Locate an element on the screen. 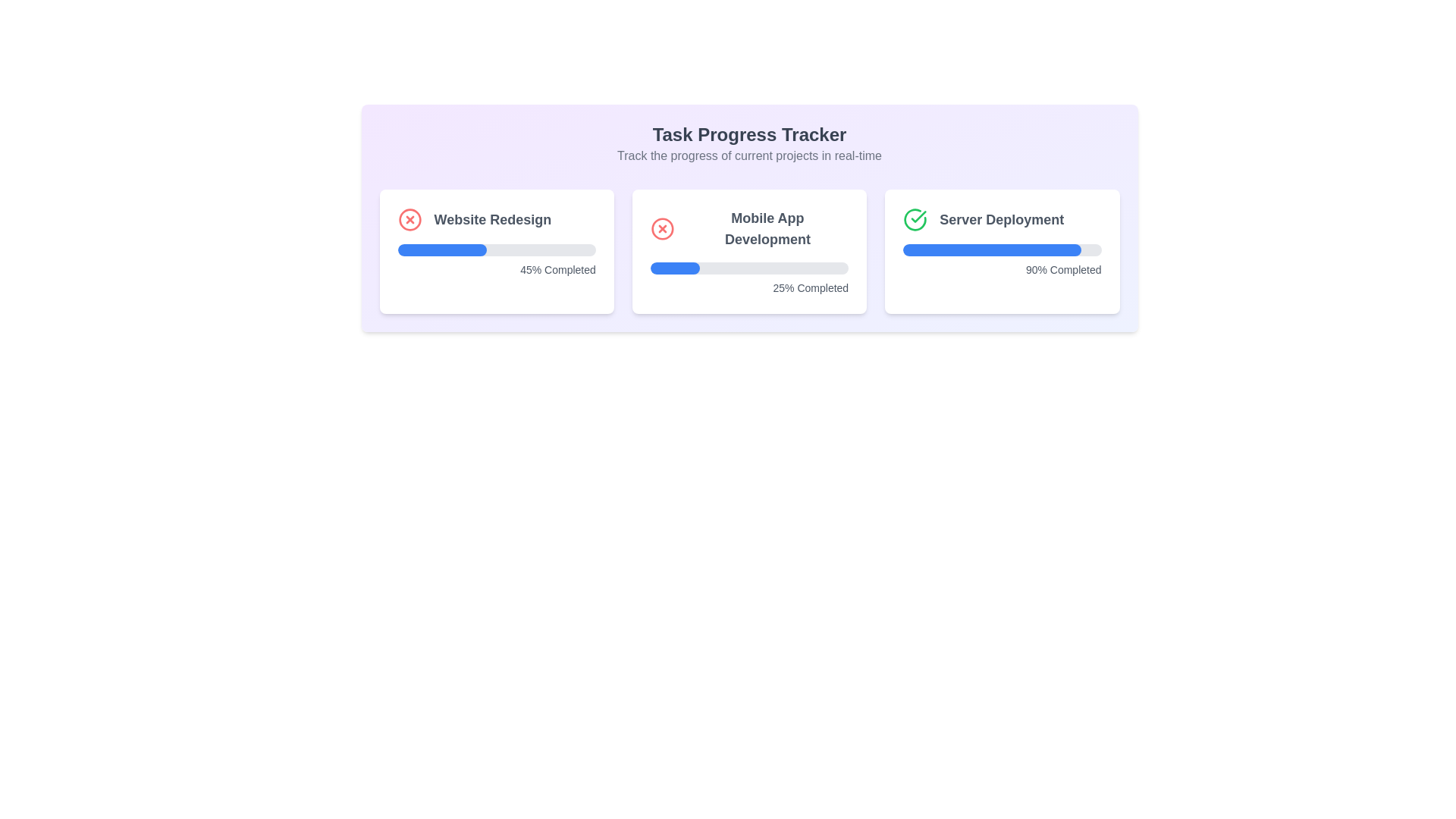  'Mobile App Development' heading located in the middle card of the 'Task Progress Tracker' interface, which features a red circular X icon beside it is located at coordinates (749, 228).